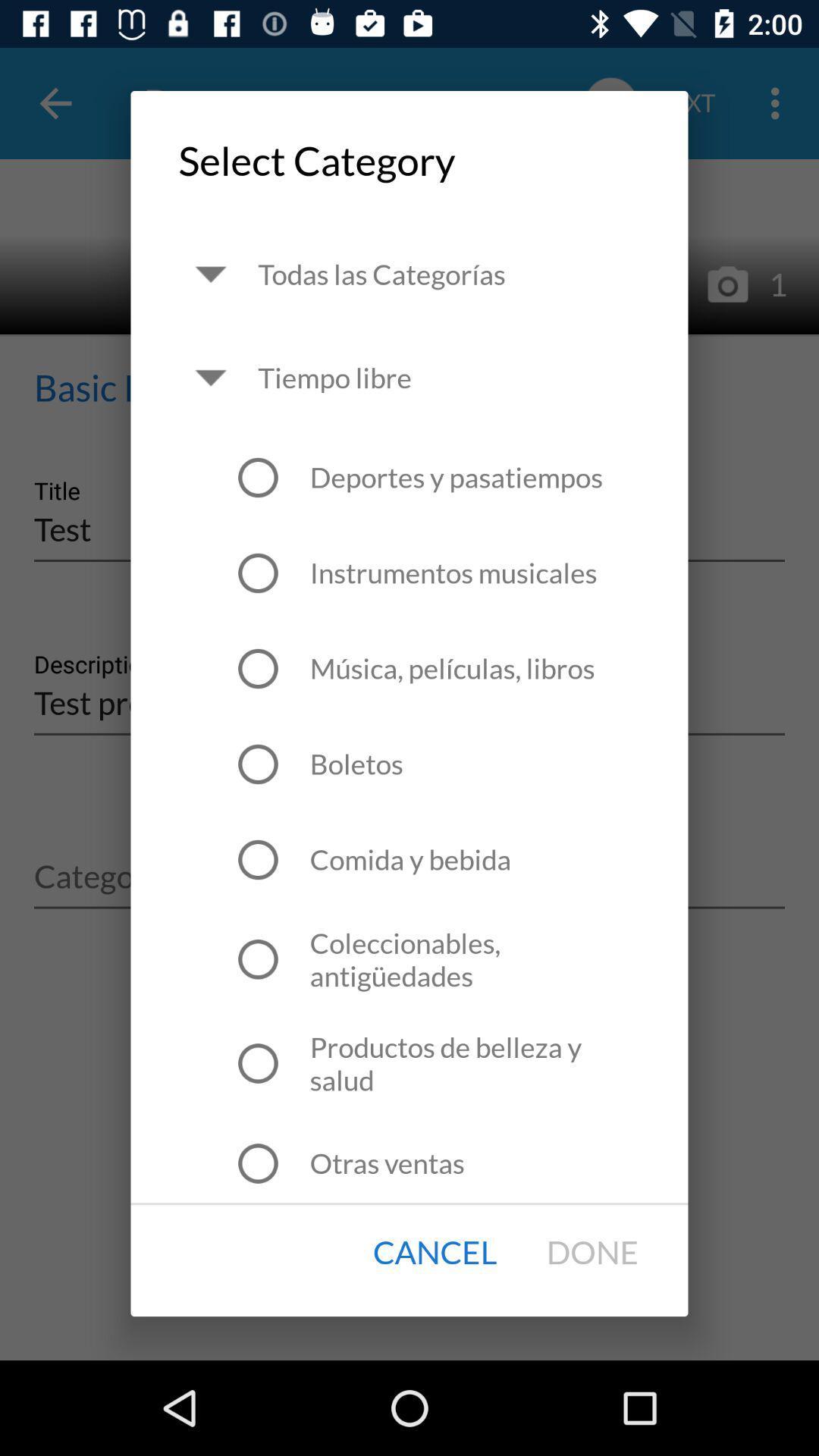 This screenshot has width=819, height=1456. Describe the element at coordinates (455, 476) in the screenshot. I see `icon below tiempo libre icon` at that location.